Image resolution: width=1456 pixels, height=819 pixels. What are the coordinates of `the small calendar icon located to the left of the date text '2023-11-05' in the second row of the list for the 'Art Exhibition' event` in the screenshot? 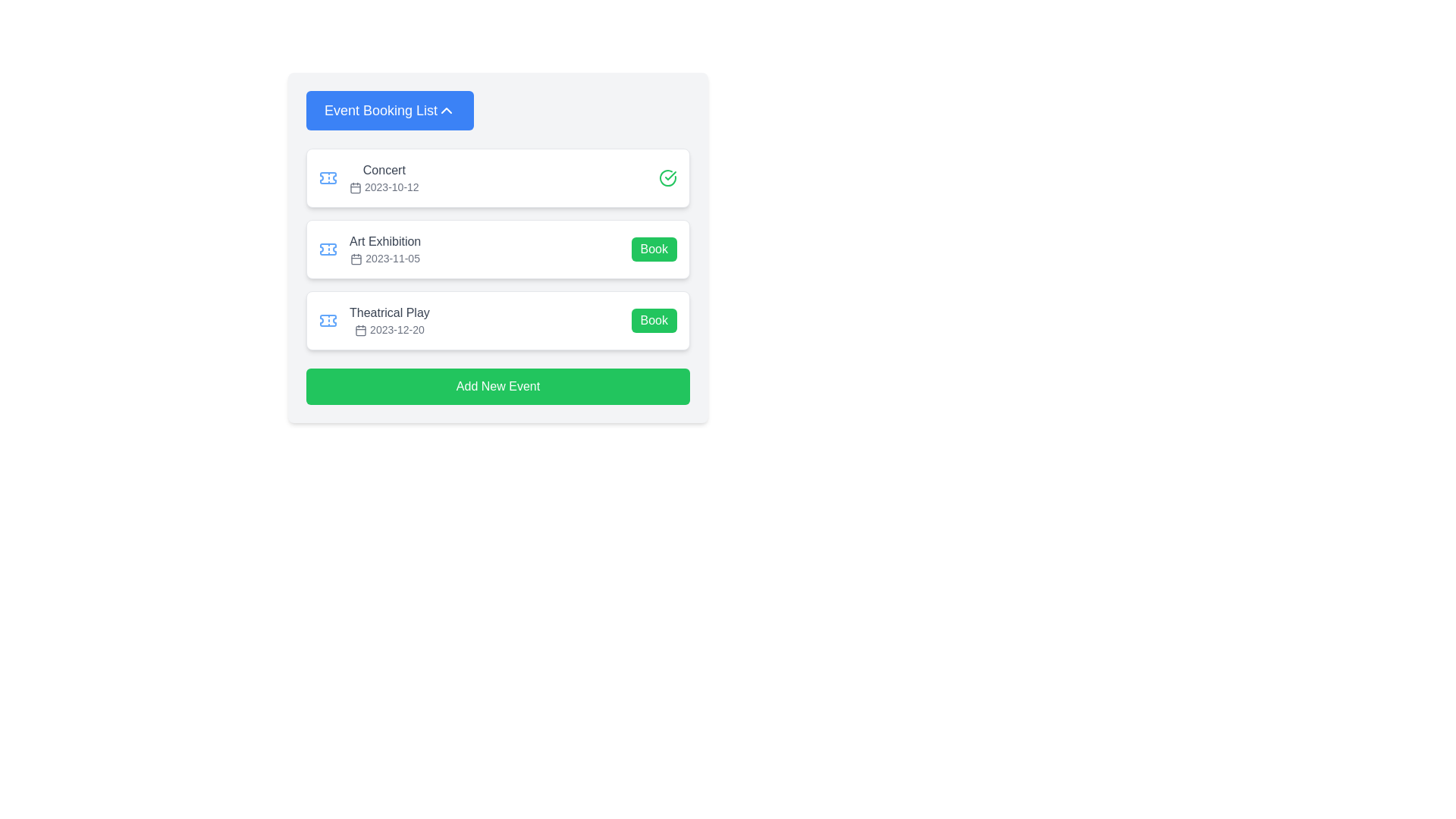 It's located at (356, 259).